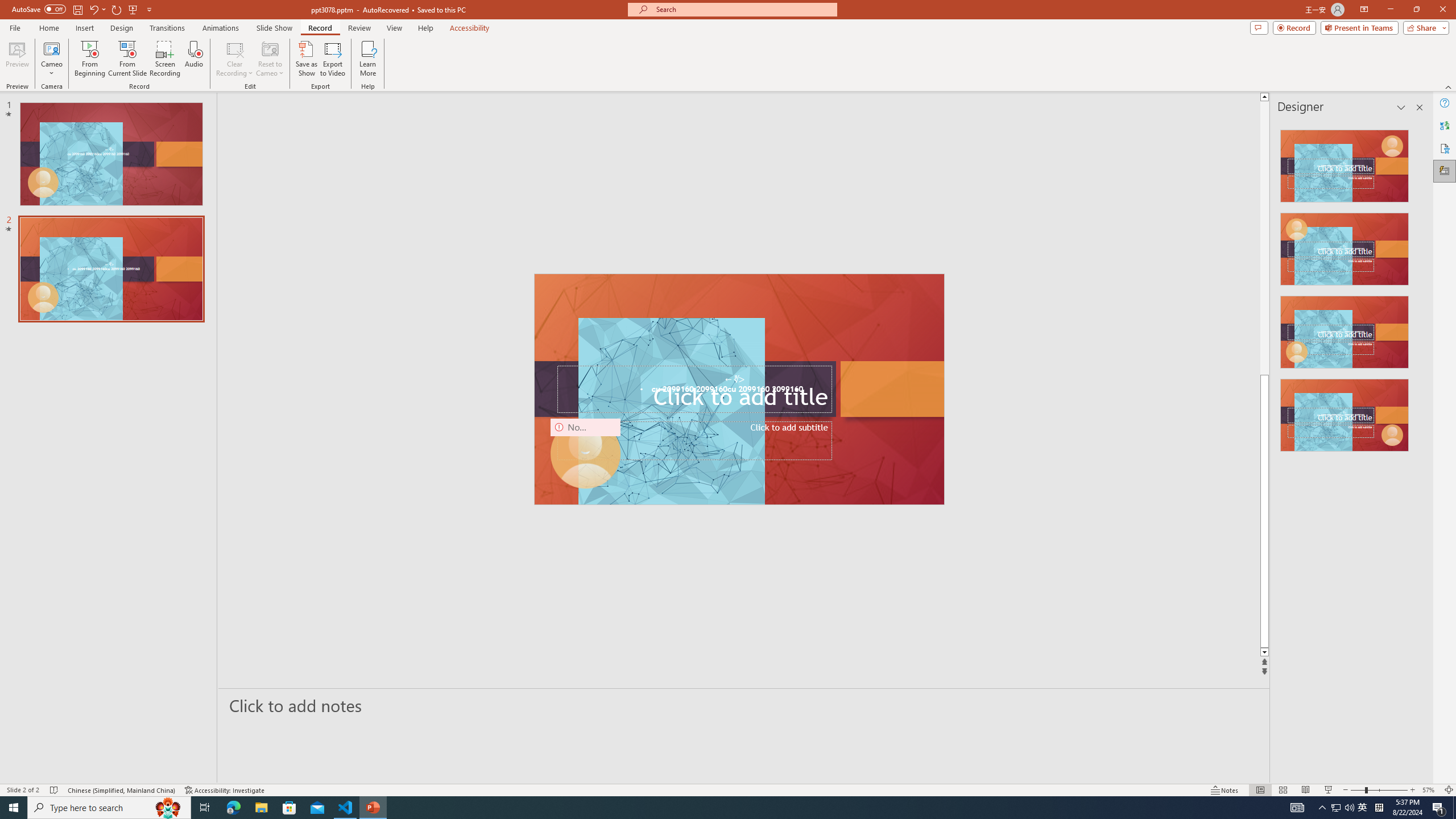 The image size is (1456, 819). I want to click on 'Zoom 57%', so click(1430, 790).